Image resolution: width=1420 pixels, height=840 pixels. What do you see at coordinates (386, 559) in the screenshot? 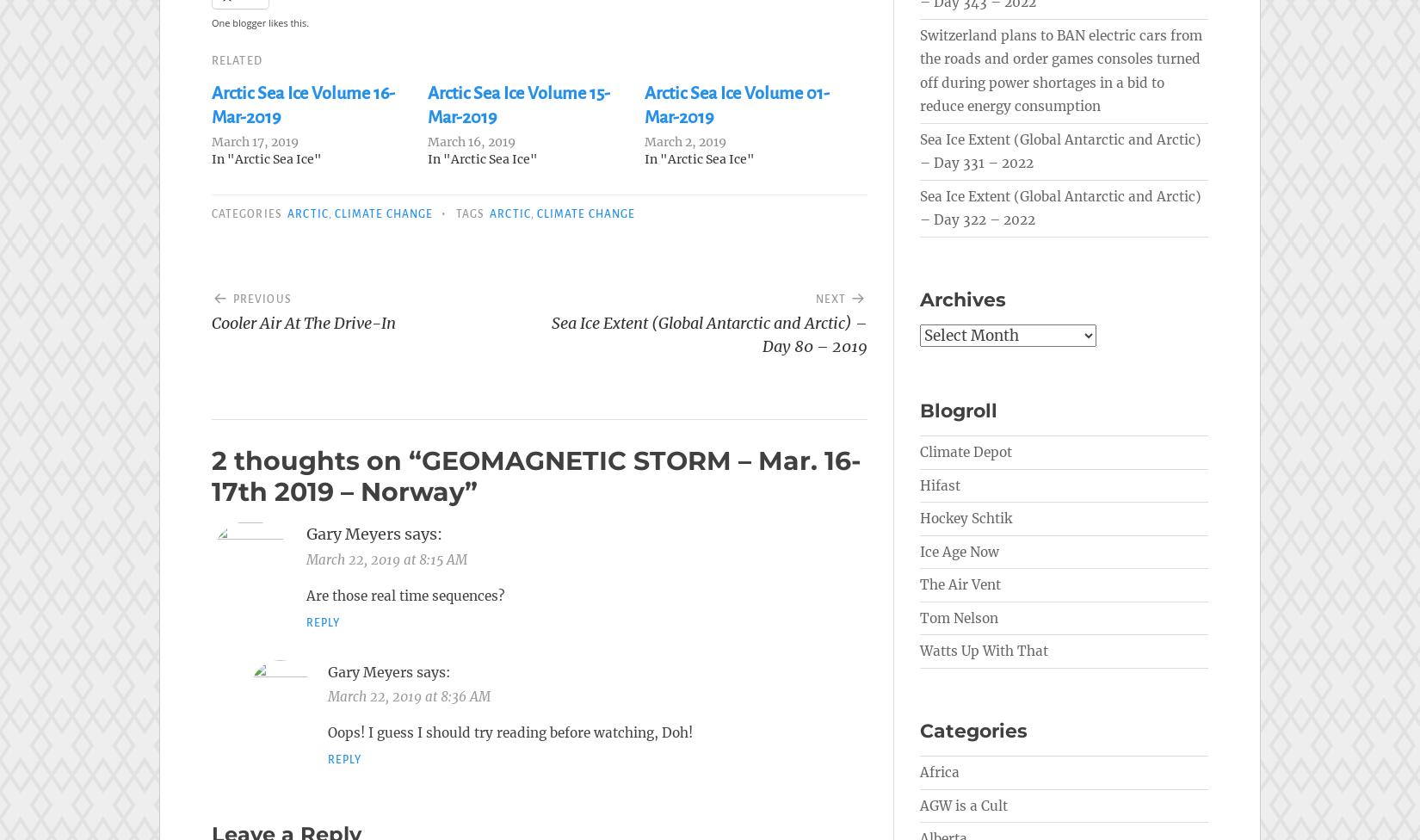
I see `'March 22, 2019 at 8:15 AM'` at bounding box center [386, 559].